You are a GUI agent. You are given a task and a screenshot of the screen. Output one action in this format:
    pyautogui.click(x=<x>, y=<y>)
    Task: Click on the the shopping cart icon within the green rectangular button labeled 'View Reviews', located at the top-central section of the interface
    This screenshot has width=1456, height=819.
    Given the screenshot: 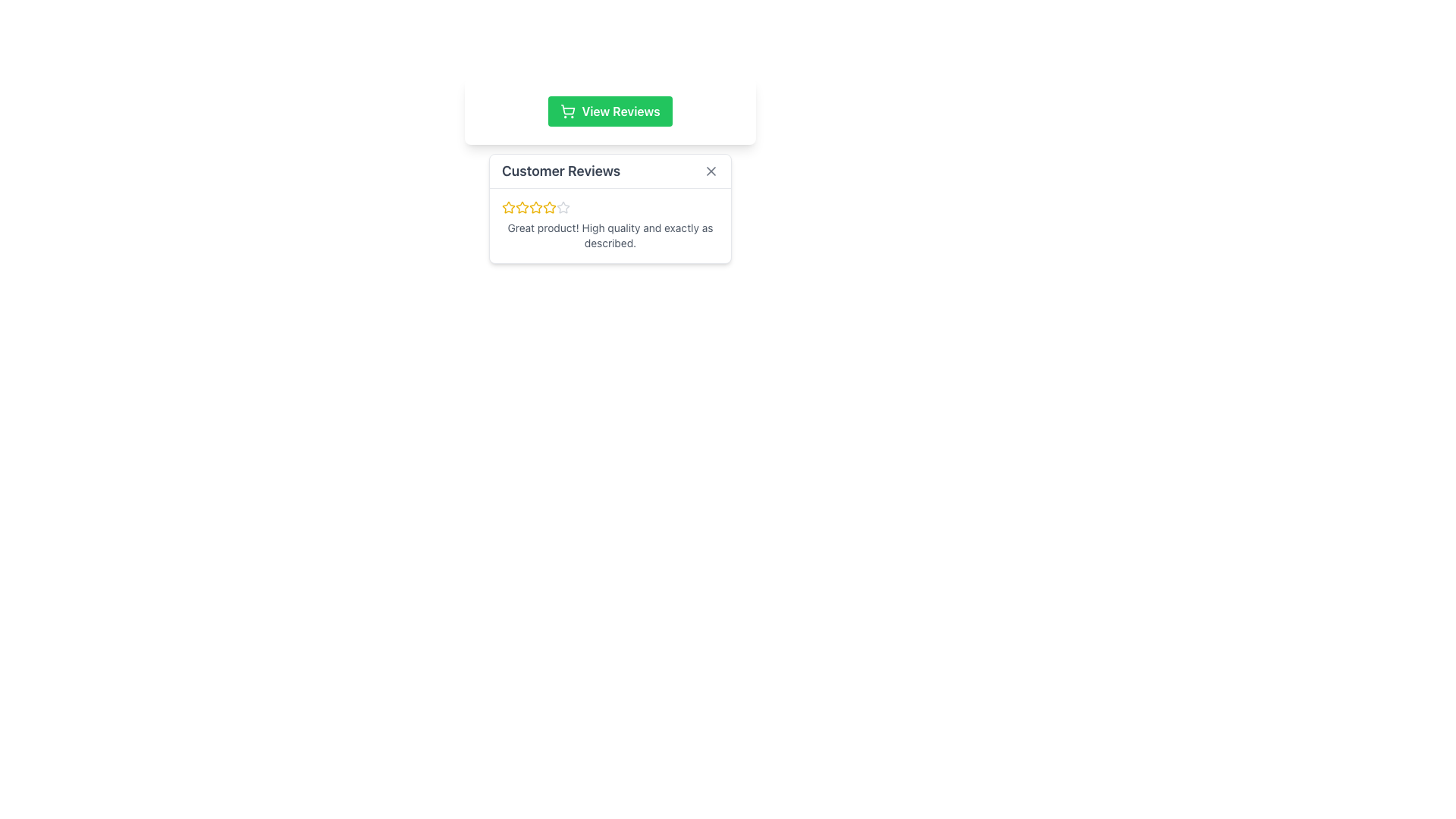 What is the action you would take?
    pyautogui.click(x=567, y=108)
    